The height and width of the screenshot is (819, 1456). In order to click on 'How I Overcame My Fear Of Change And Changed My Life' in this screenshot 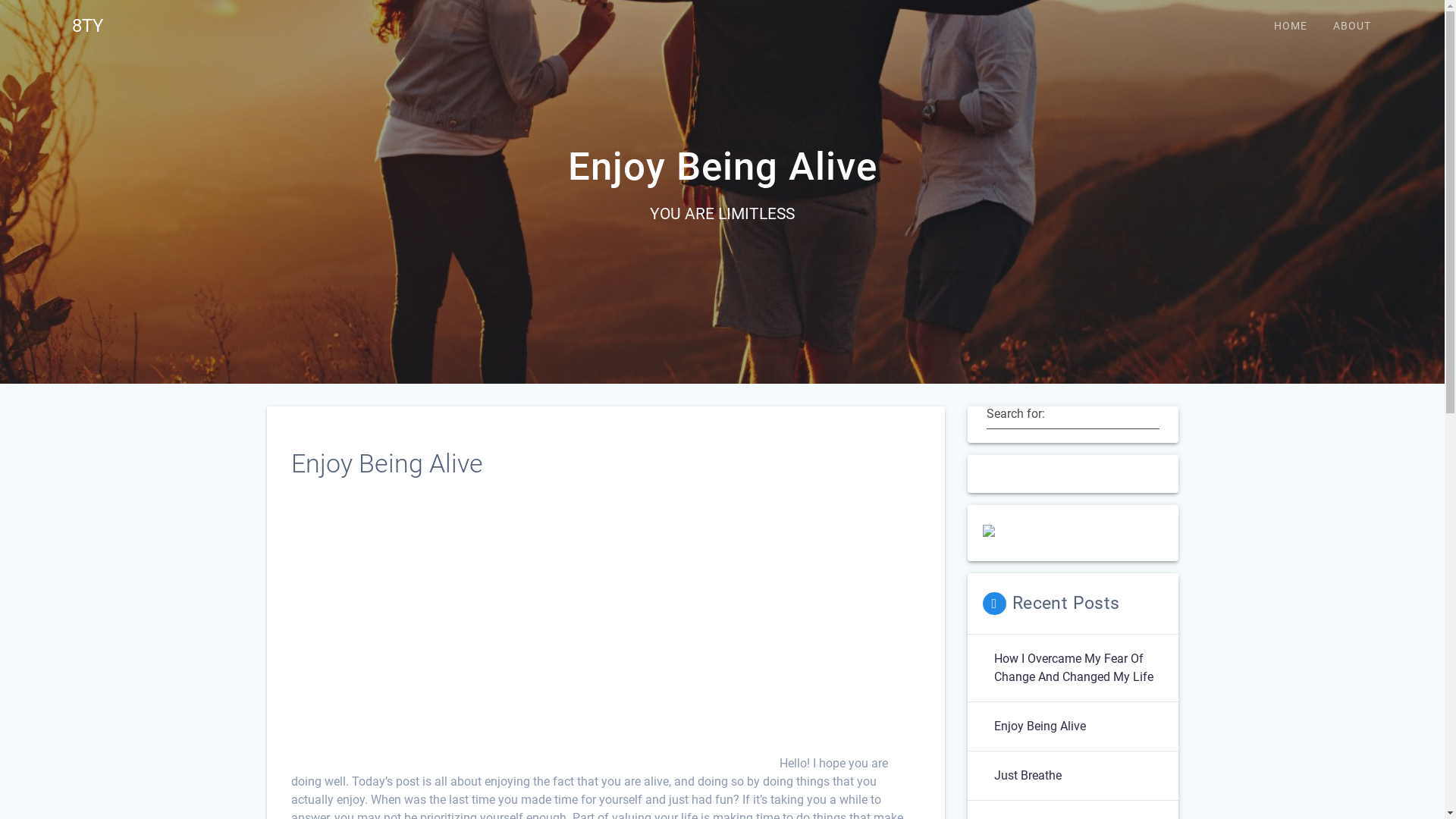, I will do `click(1077, 667)`.